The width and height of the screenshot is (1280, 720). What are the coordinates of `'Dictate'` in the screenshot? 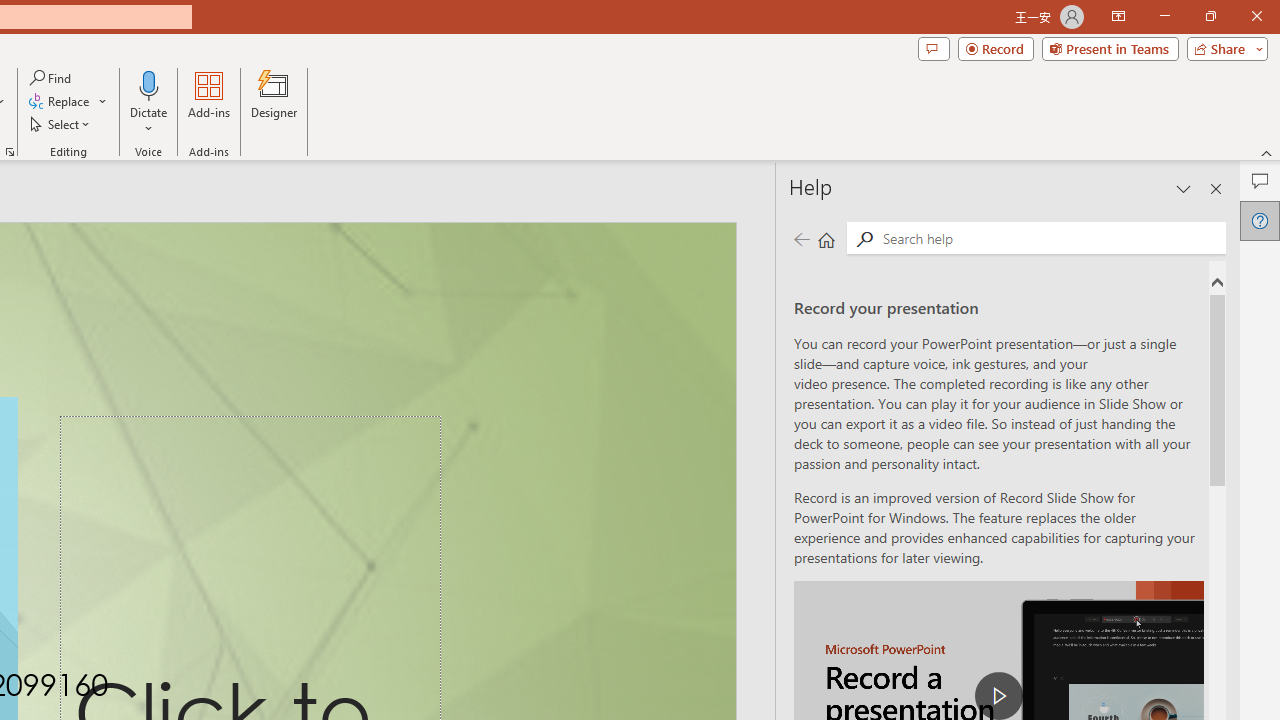 It's located at (148, 84).